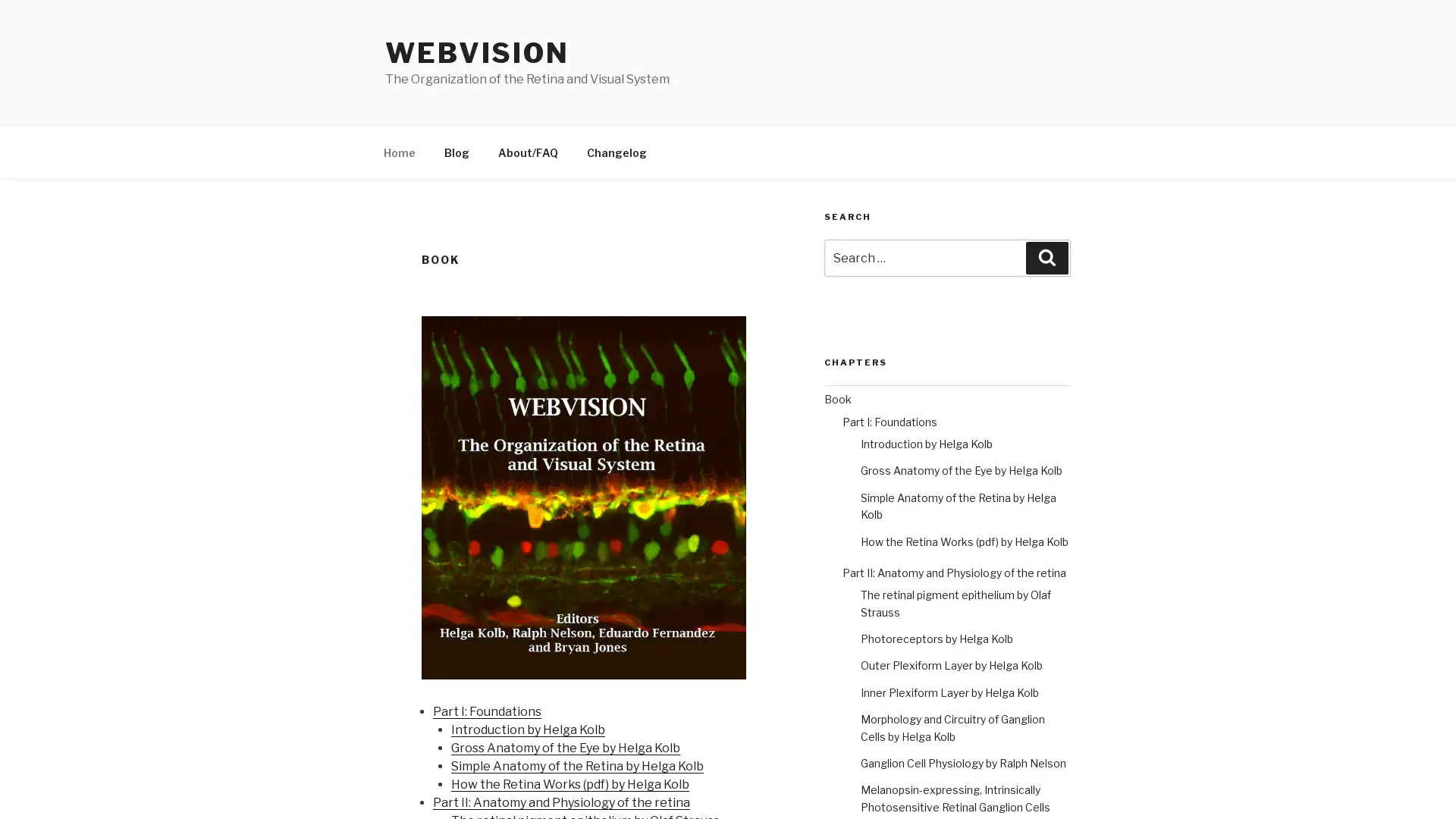 The image size is (1456, 819). What do you see at coordinates (1046, 256) in the screenshot?
I see `Search` at bounding box center [1046, 256].